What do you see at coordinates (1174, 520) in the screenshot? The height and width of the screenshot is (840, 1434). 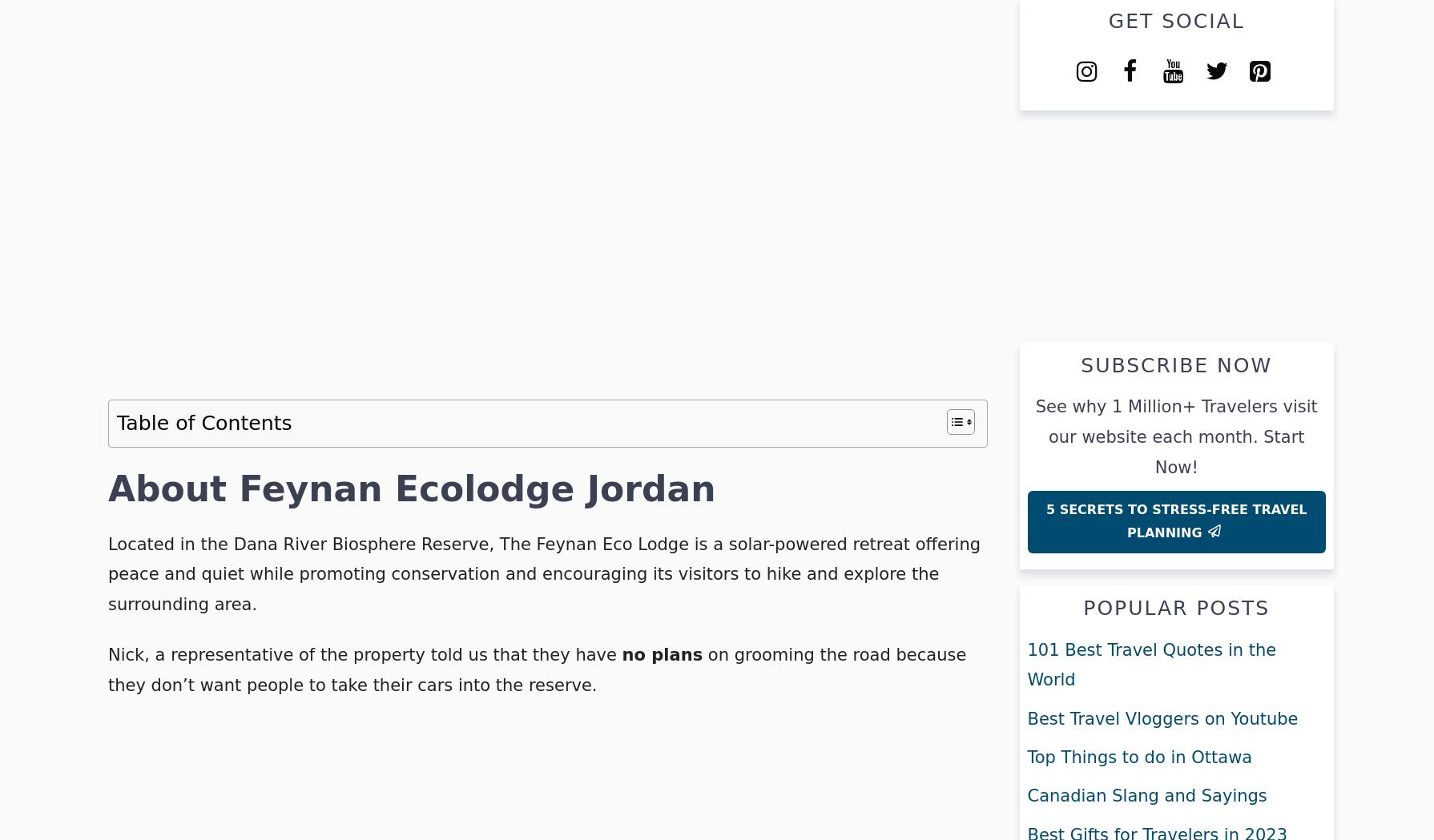 I see `'5 secrets to stress-free travel planning'` at bounding box center [1174, 520].